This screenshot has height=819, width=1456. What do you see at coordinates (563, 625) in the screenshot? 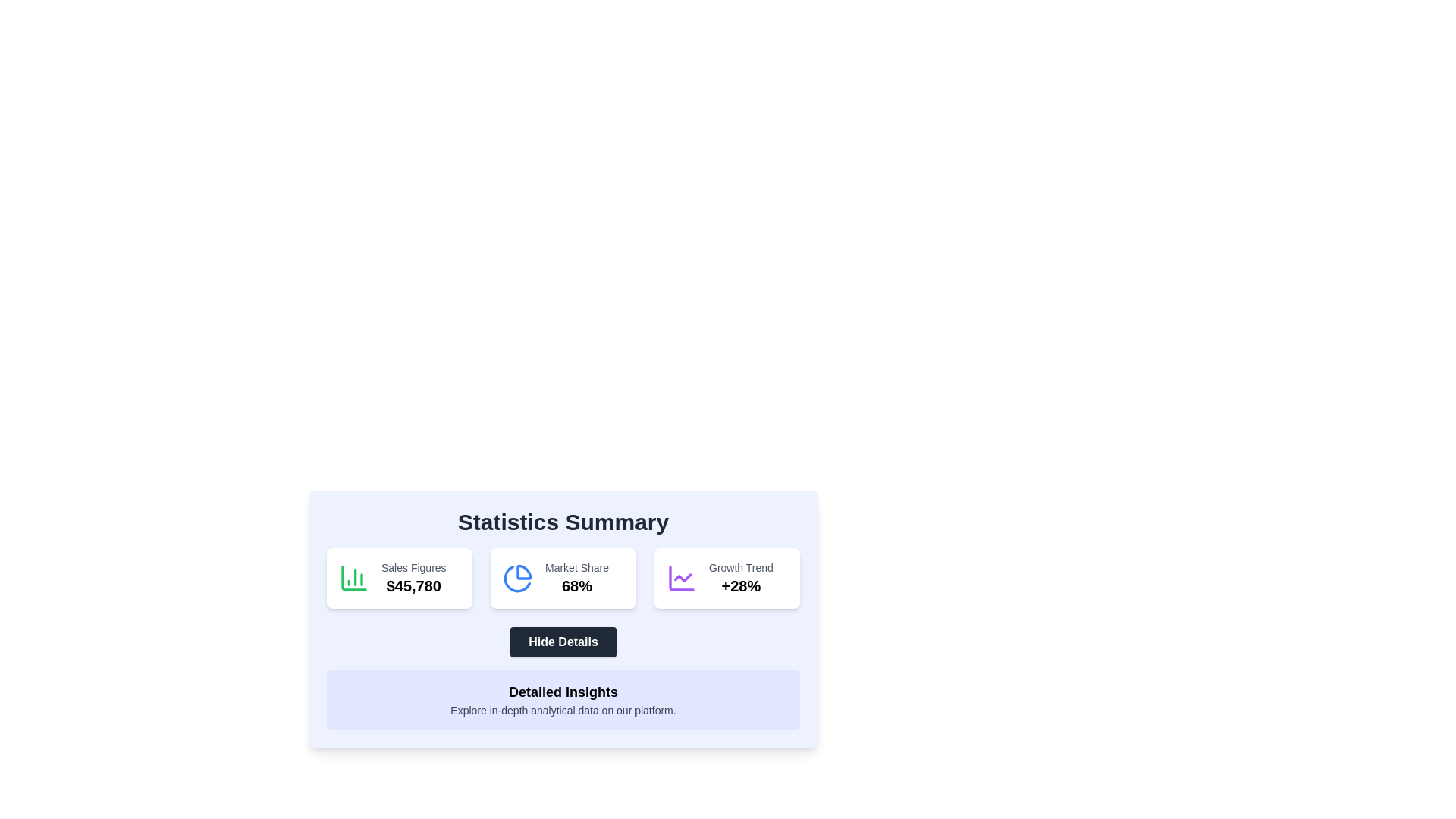
I see `the interactive button on the statistics summary panel to hide the details` at bounding box center [563, 625].